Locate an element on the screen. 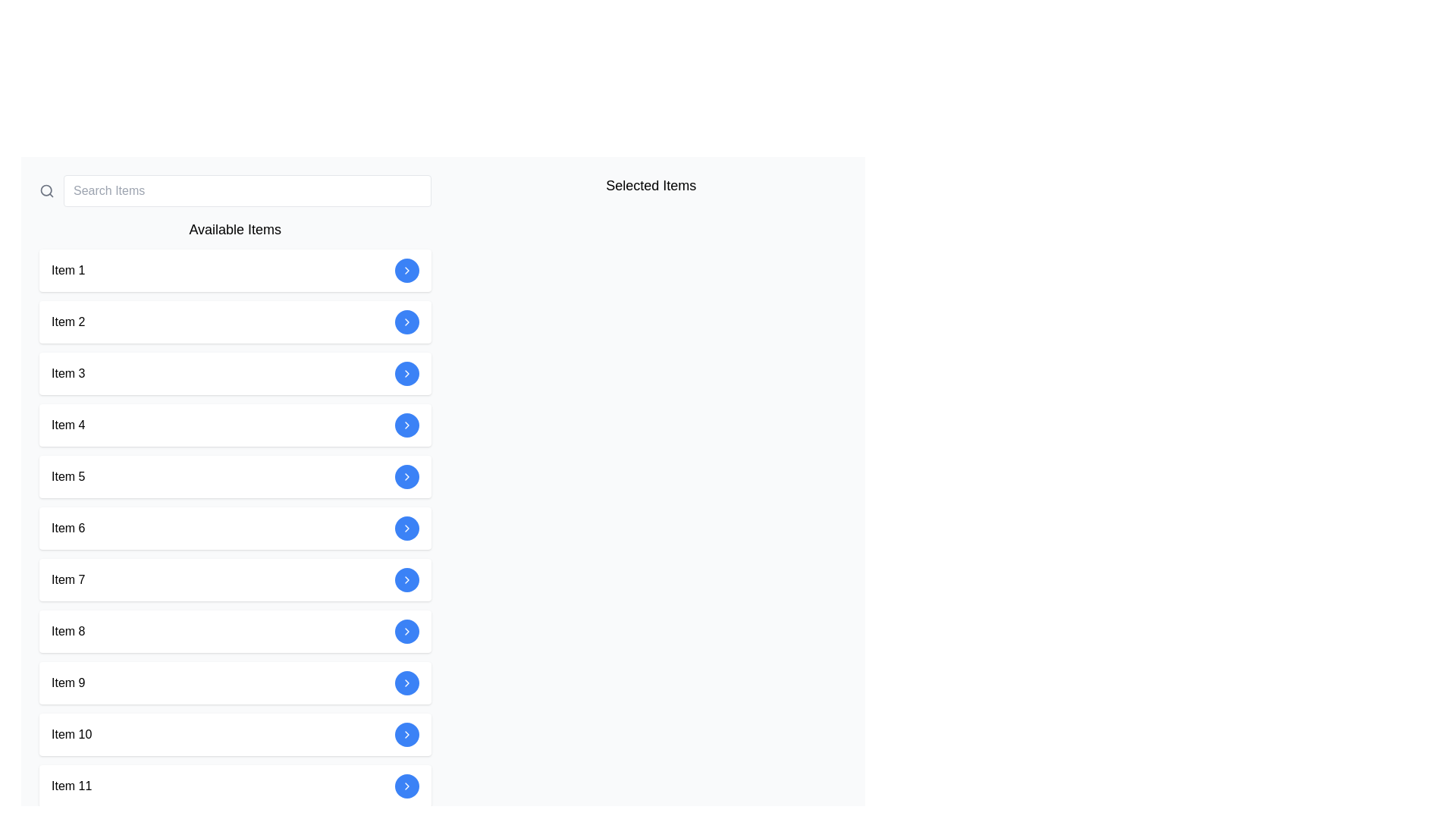 This screenshot has height=819, width=1456. the chevron icon pointing to the right, which is located within a circular blue button next to the text 'Item 10' is located at coordinates (406, 733).